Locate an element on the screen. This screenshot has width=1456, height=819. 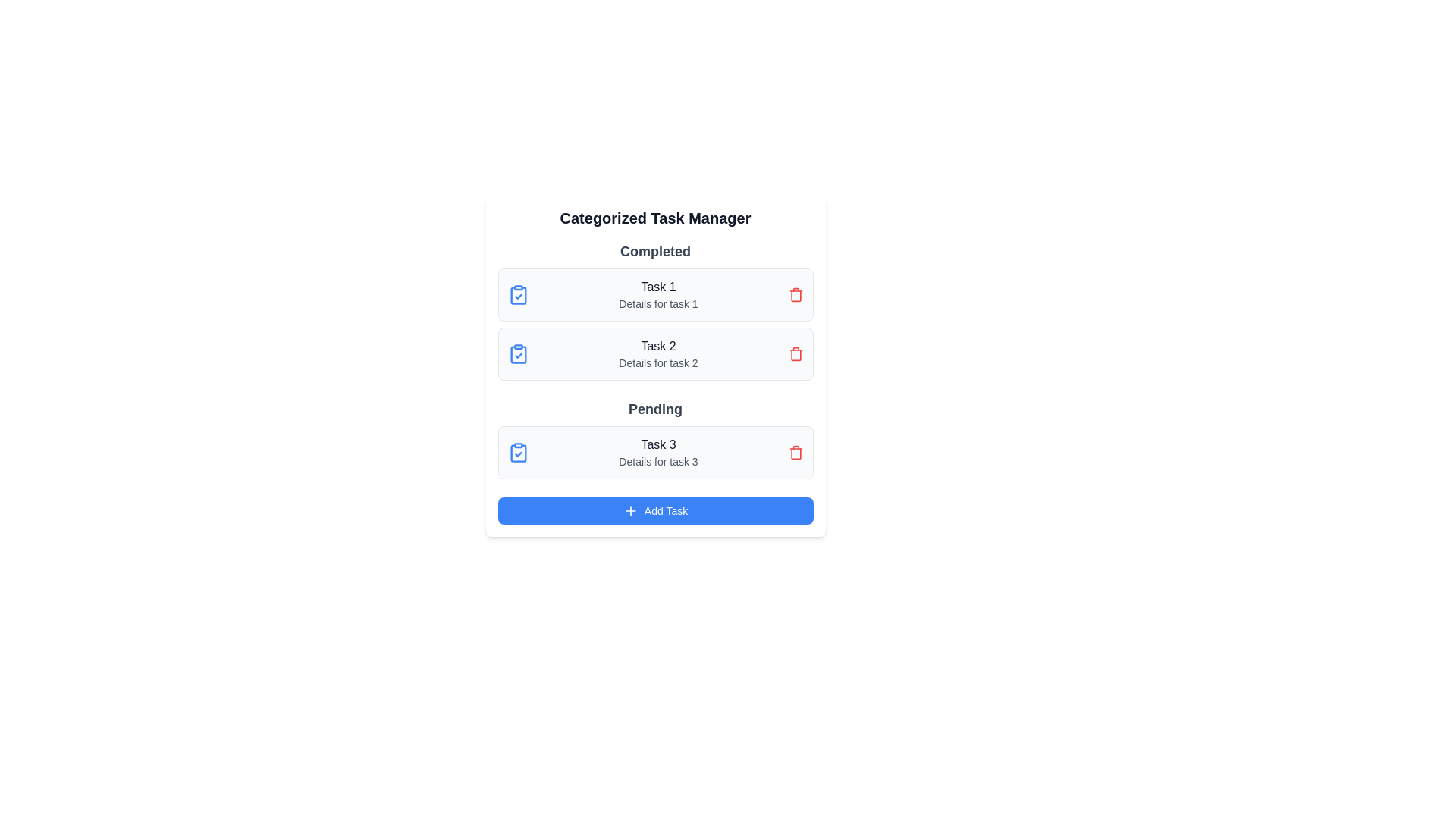
the delete icon next to Task 3 to remove it is located at coordinates (795, 452).